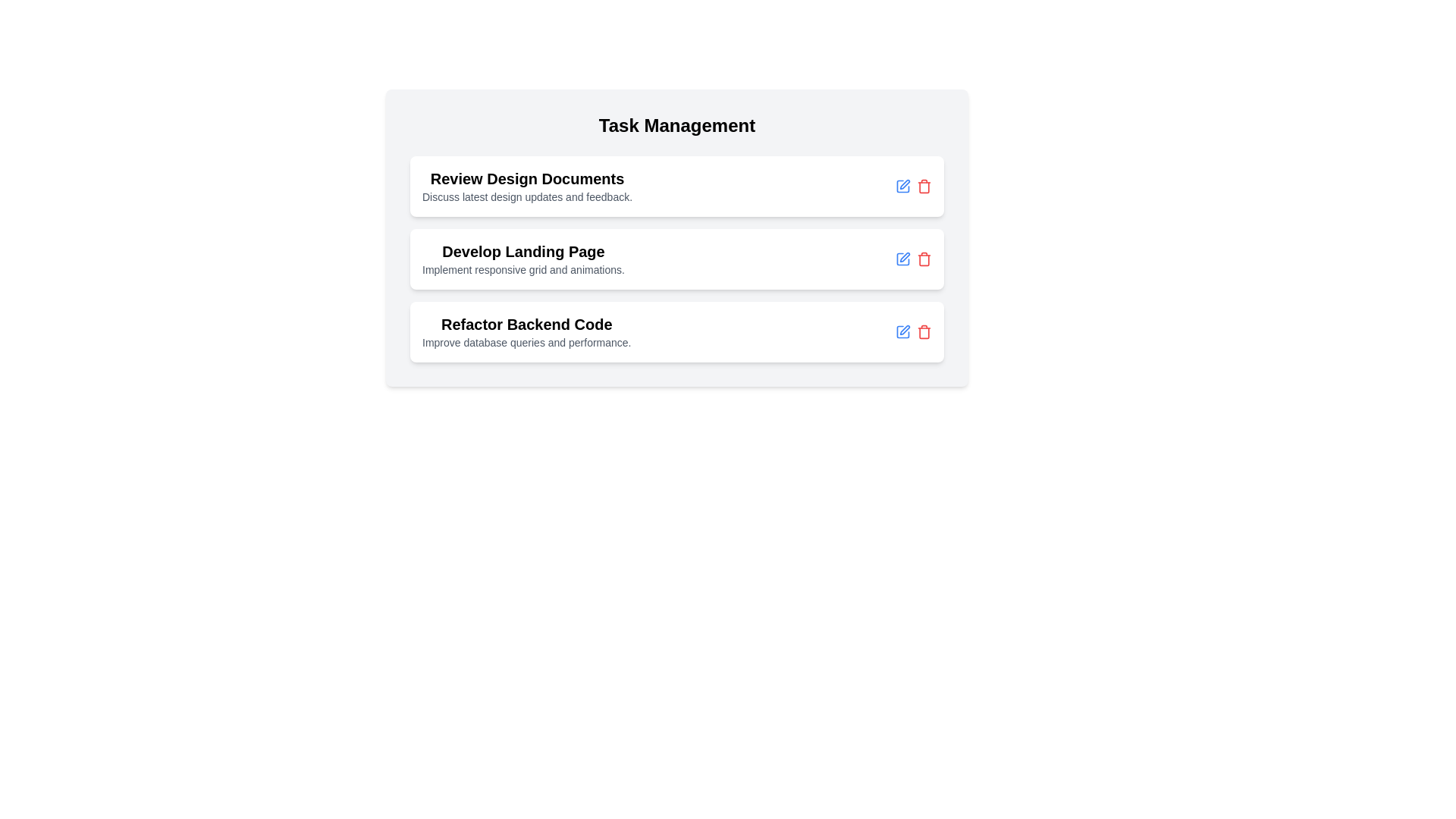 The width and height of the screenshot is (1456, 819). What do you see at coordinates (523, 259) in the screenshot?
I see `the Text element displaying the title 'Develop Landing Page' and the subtitle 'Implement responsive grid and animations.' located in the Task Management section` at bounding box center [523, 259].